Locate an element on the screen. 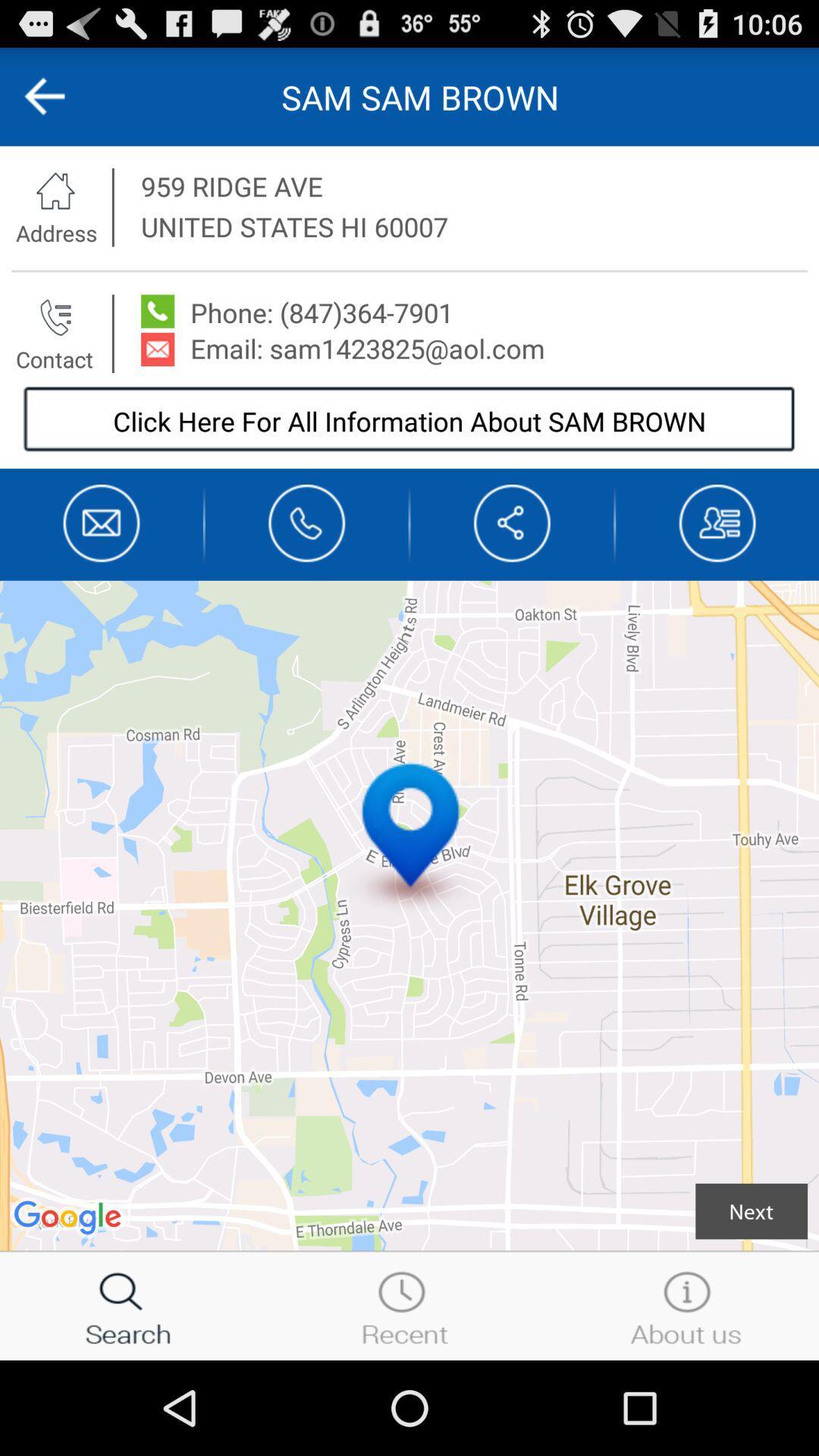  the arrow_backward icon is located at coordinates (59, 102).